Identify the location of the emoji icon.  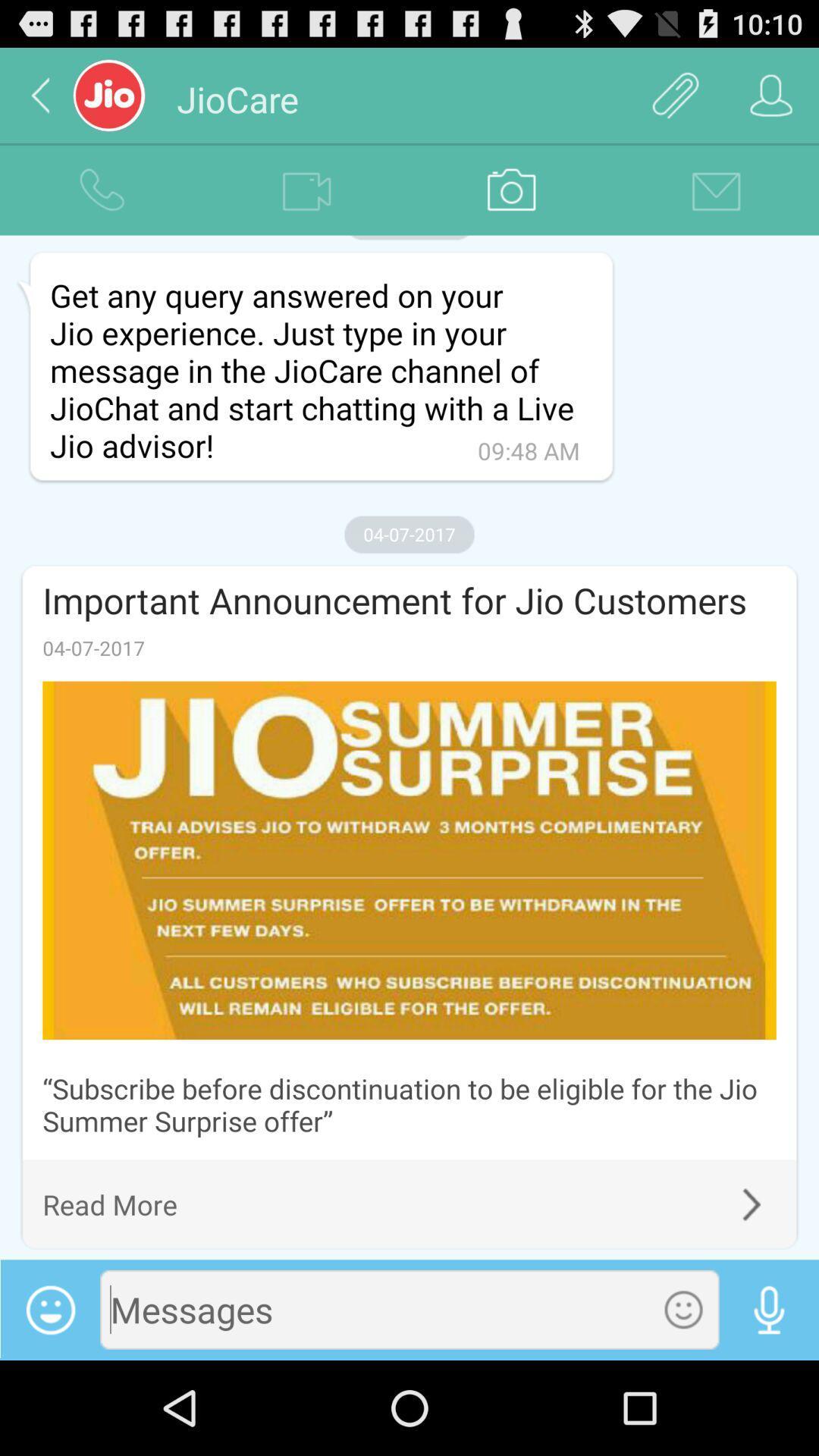
(683, 1401).